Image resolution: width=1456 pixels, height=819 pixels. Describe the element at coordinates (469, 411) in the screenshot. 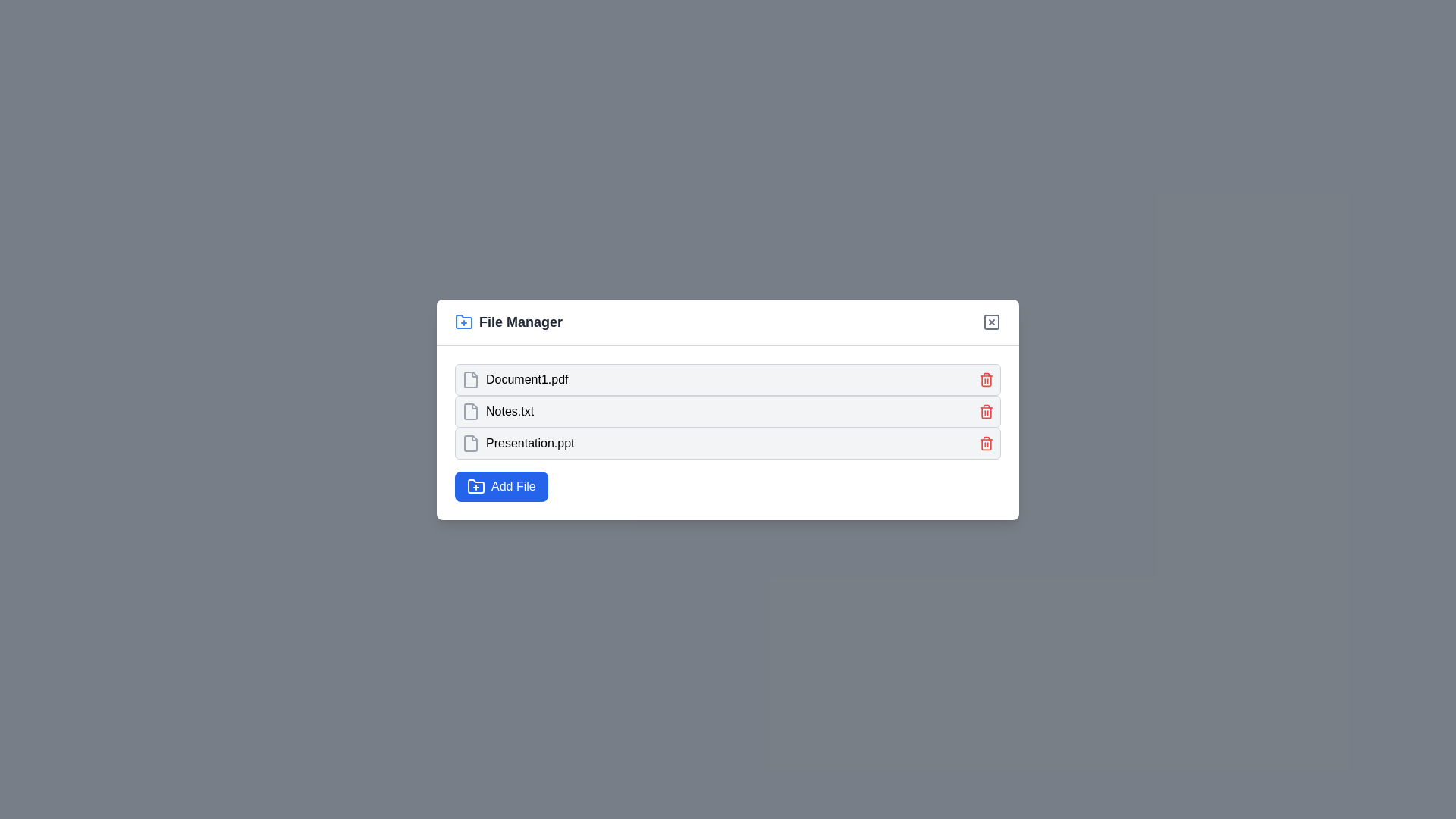

I see `the document icon, which is a graphical representation resembling a file with a folded corner, located to the left of the text 'Notes.txt'` at that location.